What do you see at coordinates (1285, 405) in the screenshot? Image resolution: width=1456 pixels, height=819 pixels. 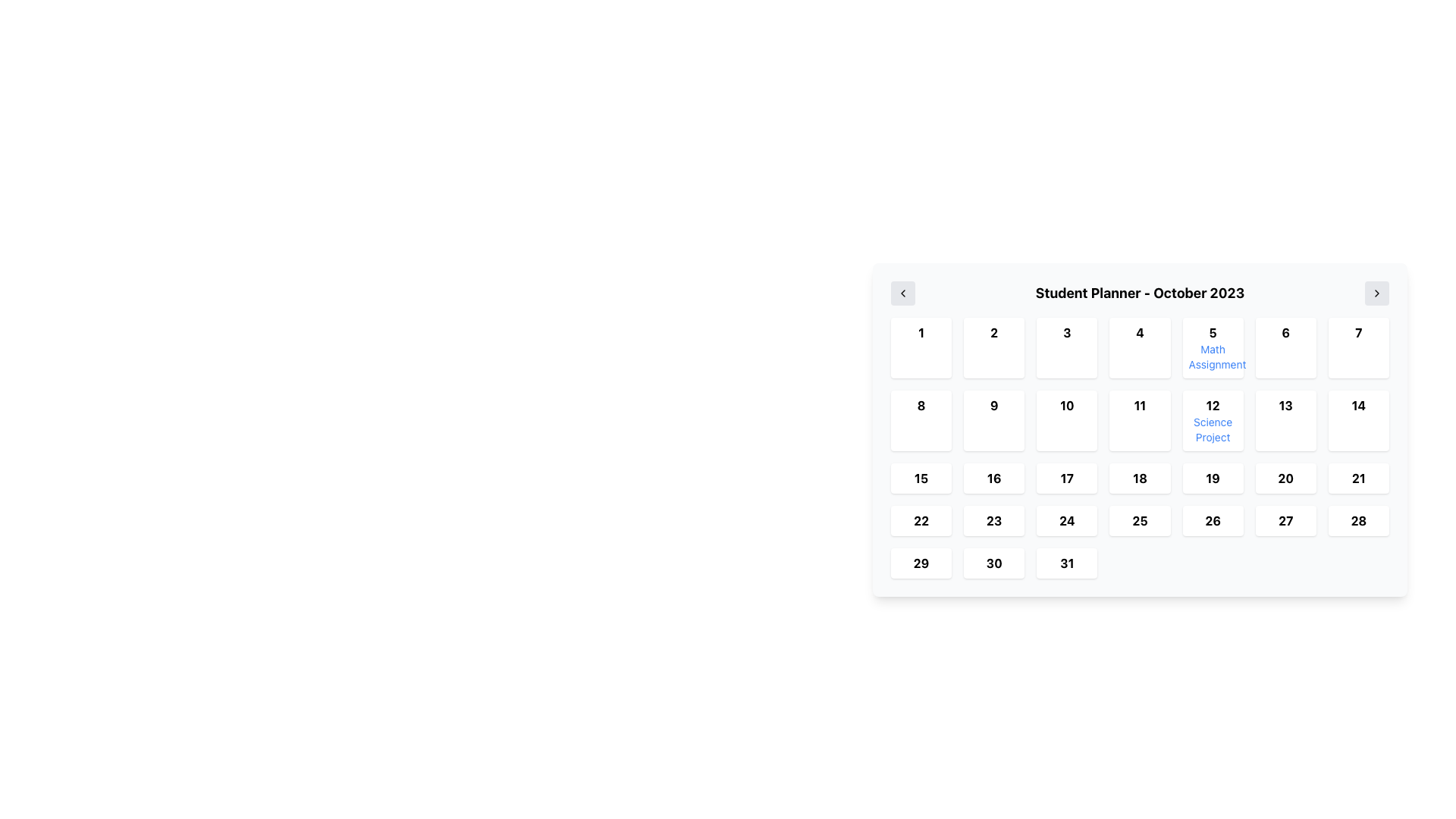 I see `date value displayed for October 13 in the calendar grid, which is positioned in the fifth row and corresponding column of the calendar for October 2023` at bounding box center [1285, 405].